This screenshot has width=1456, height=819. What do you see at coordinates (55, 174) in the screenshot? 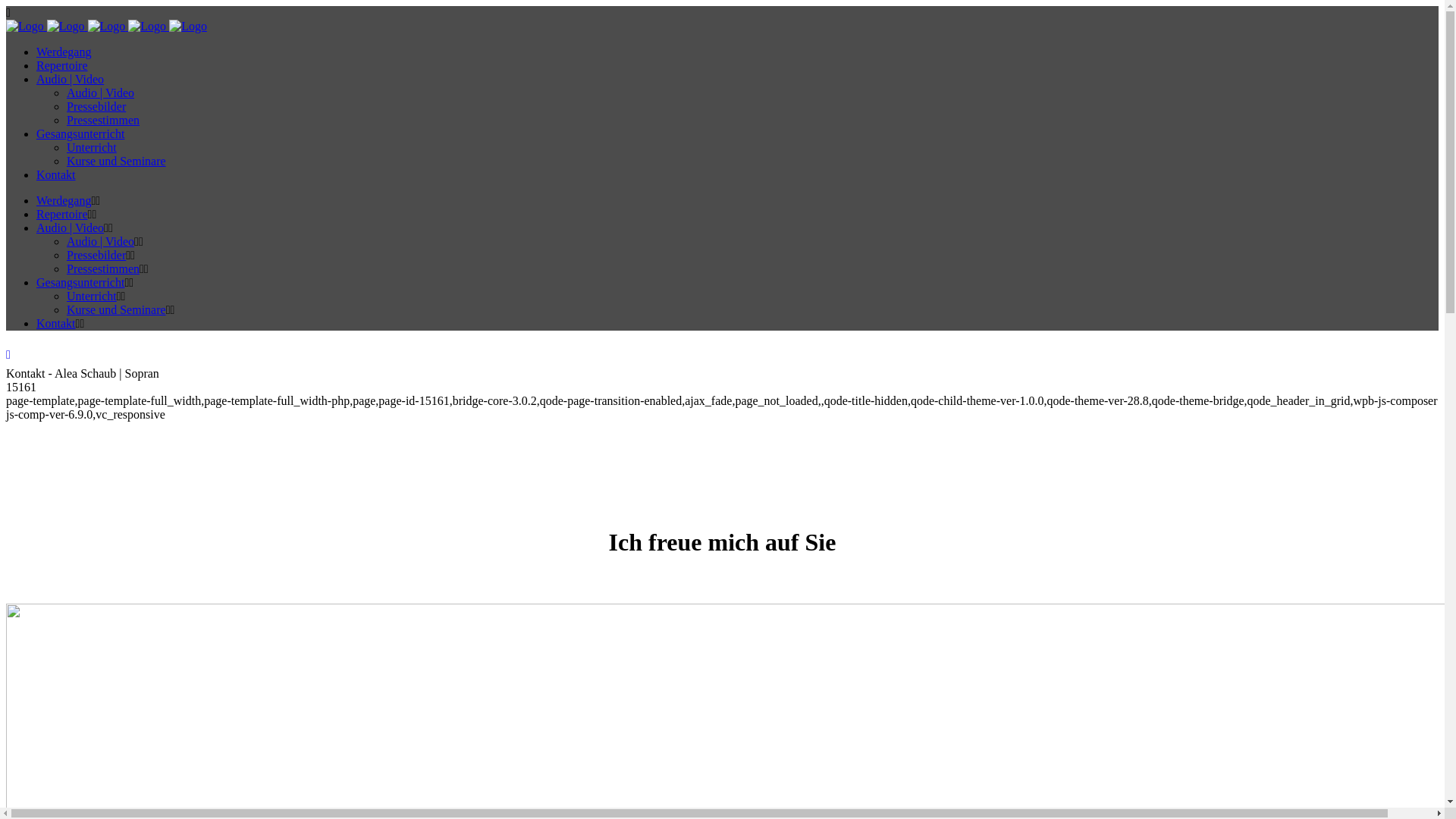
I see `'Kontakt'` at bounding box center [55, 174].